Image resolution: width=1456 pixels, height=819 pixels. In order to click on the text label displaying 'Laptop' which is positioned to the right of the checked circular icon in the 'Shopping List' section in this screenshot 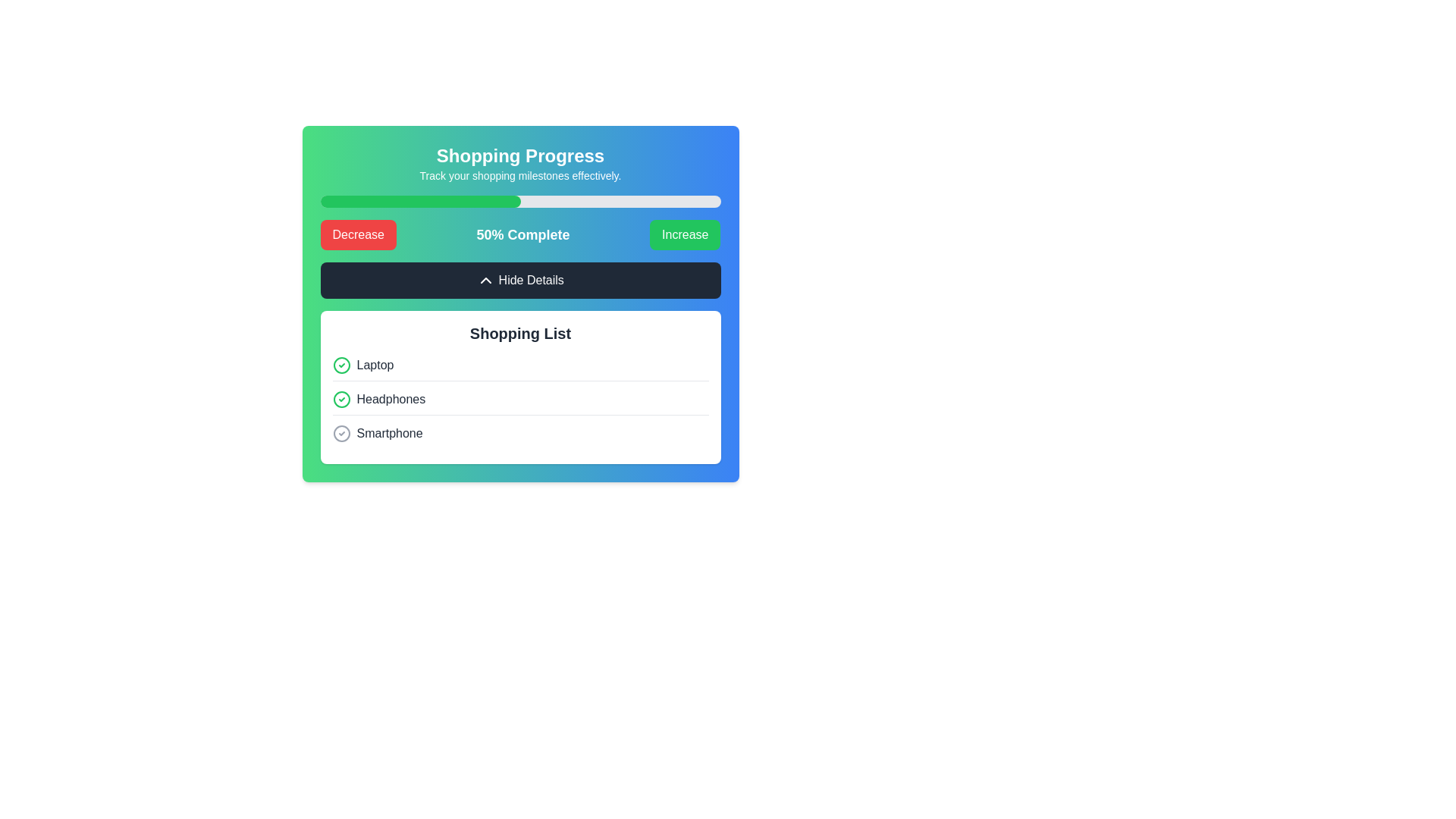, I will do `click(375, 366)`.